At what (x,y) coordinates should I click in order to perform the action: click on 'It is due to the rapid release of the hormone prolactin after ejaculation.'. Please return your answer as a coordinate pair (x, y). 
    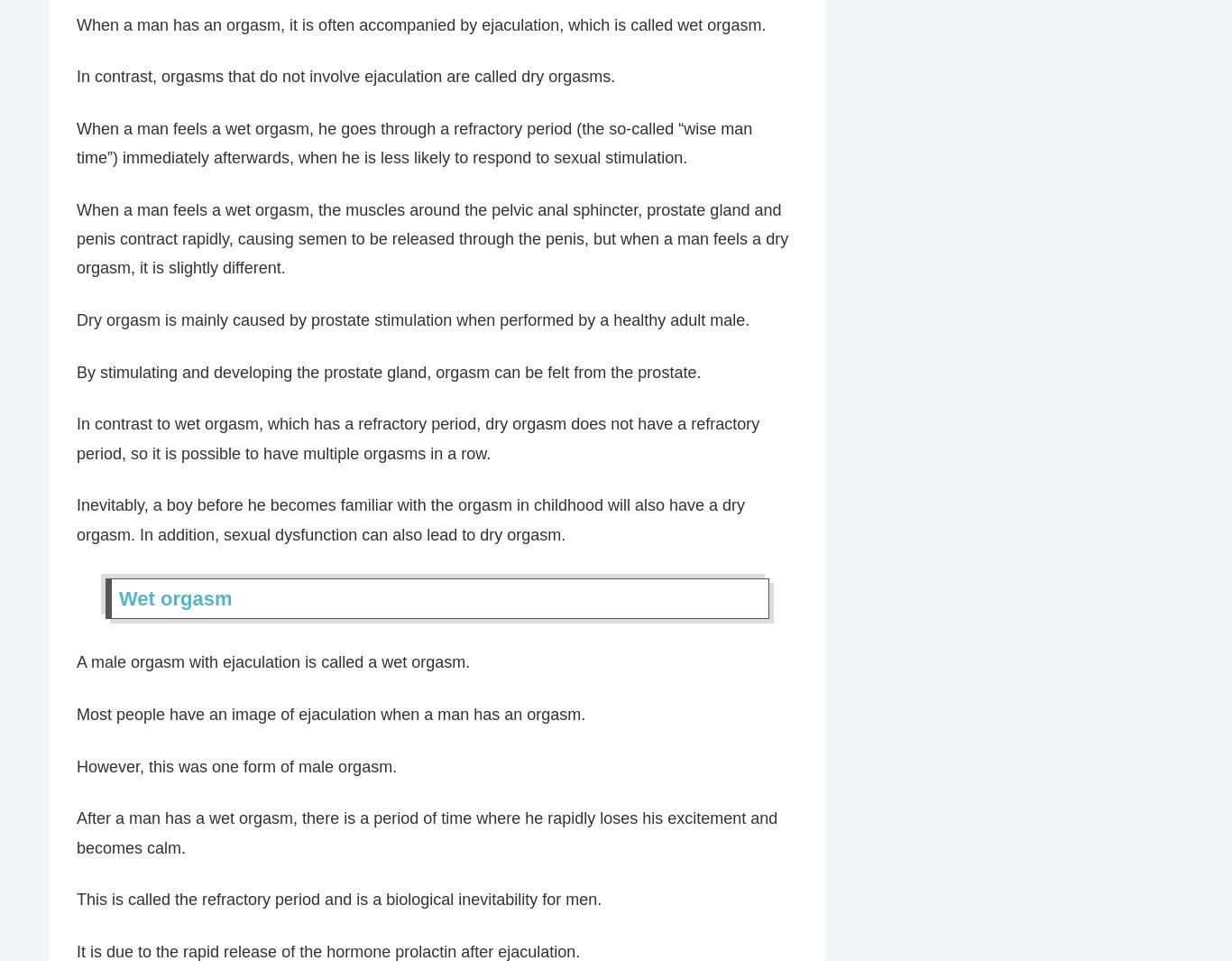
    Looking at the image, I should click on (327, 951).